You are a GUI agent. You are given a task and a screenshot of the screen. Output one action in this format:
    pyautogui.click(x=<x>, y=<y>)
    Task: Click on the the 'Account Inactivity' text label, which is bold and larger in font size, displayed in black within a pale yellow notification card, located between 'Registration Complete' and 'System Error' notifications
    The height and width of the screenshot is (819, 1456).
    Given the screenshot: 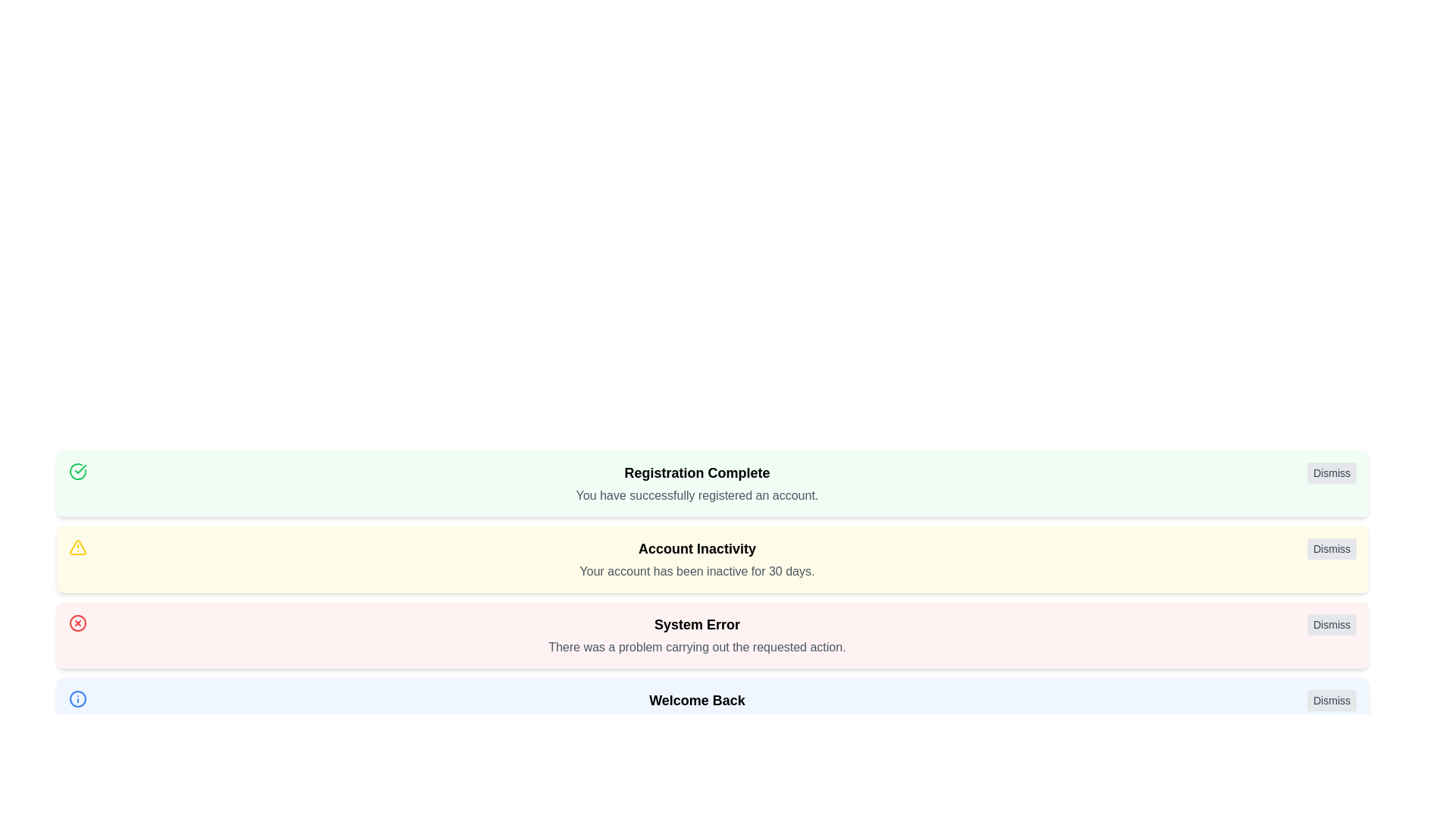 What is the action you would take?
    pyautogui.click(x=696, y=549)
    